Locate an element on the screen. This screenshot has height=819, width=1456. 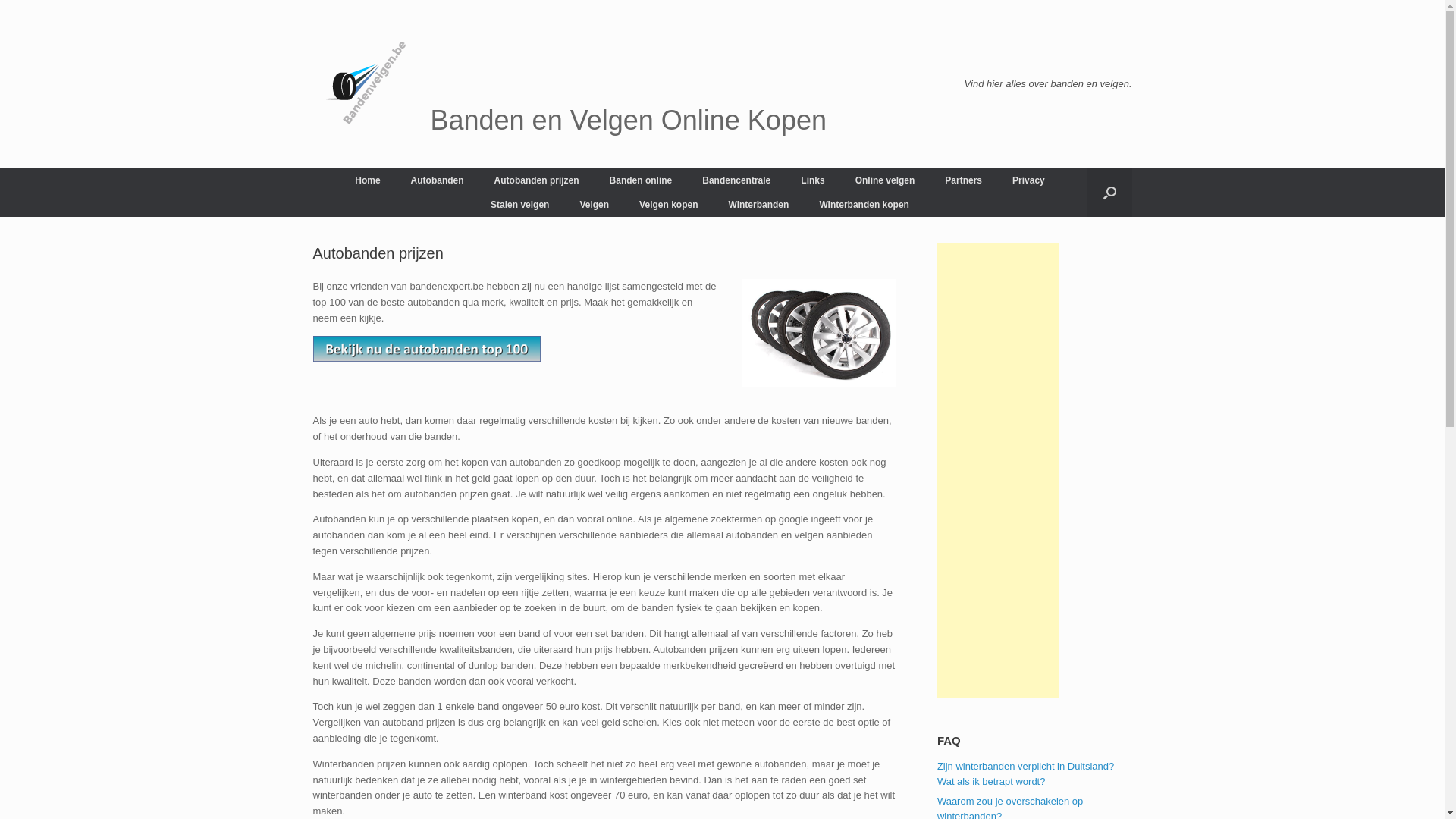
'Partners' is located at coordinates (962, 180).